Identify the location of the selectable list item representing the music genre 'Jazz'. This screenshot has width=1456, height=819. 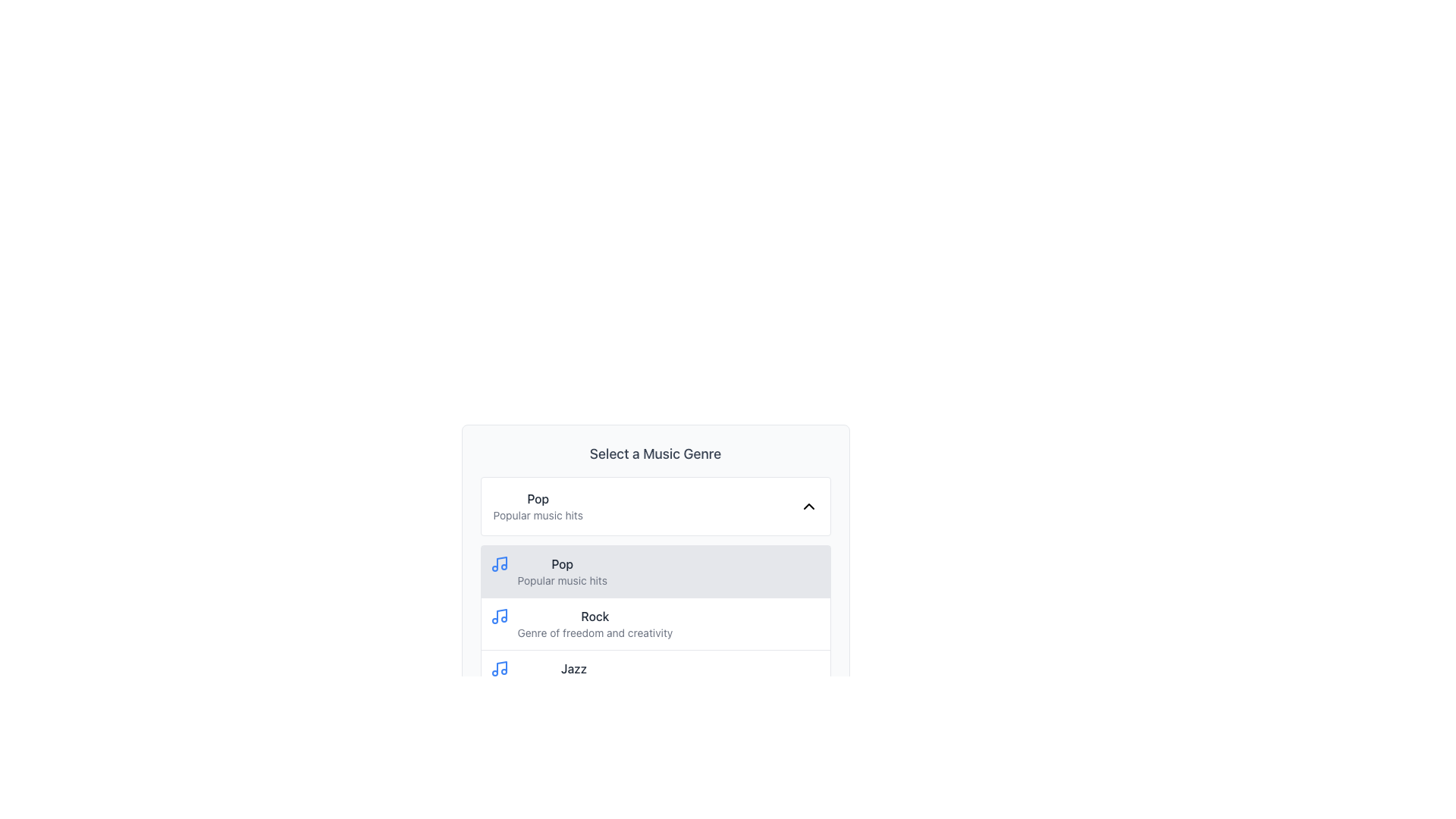
(655, 675).